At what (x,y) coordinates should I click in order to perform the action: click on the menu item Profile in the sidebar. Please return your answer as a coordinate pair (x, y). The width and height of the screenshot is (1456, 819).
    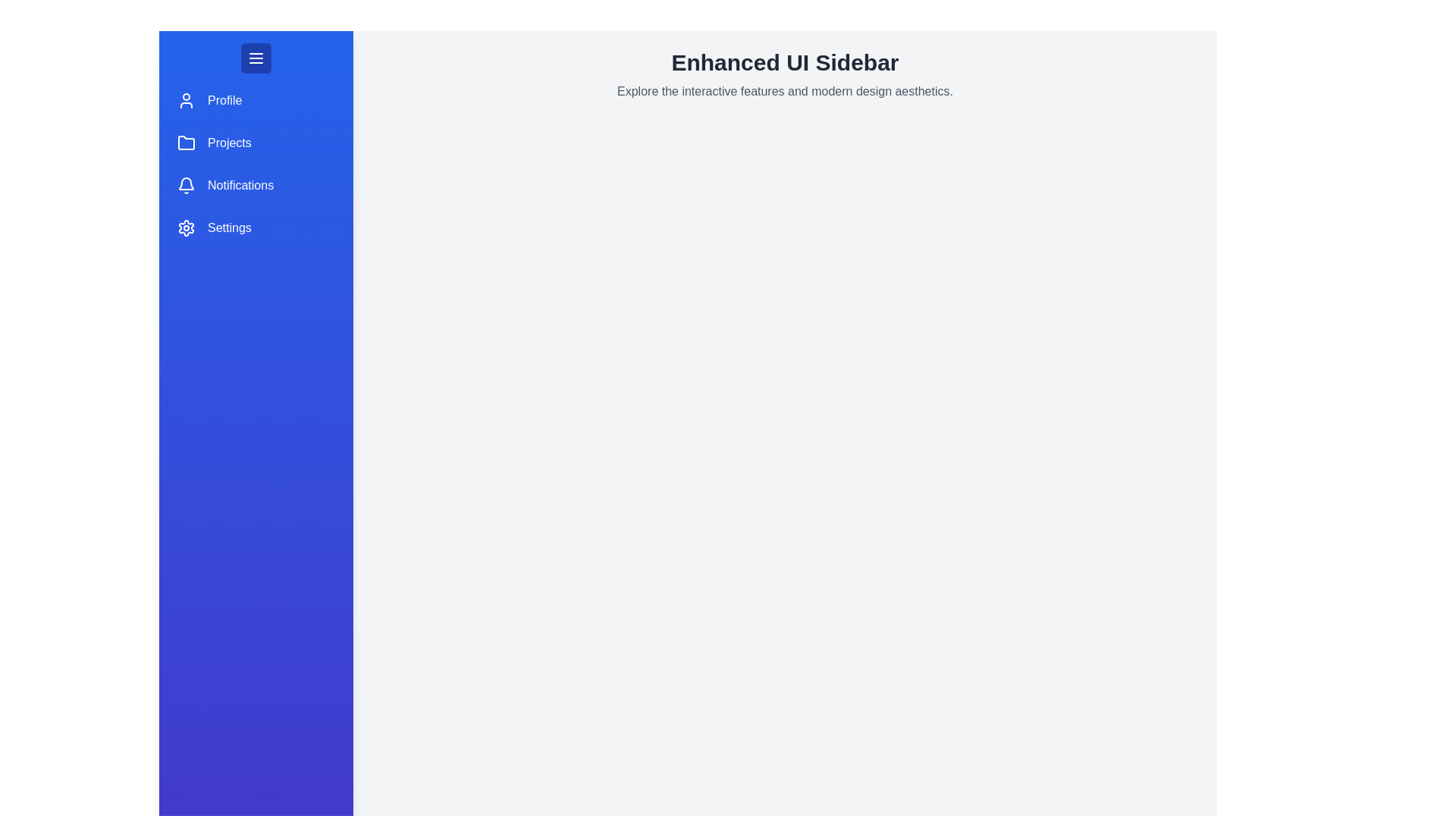
    Looking at the image, I should click on (256, 100).